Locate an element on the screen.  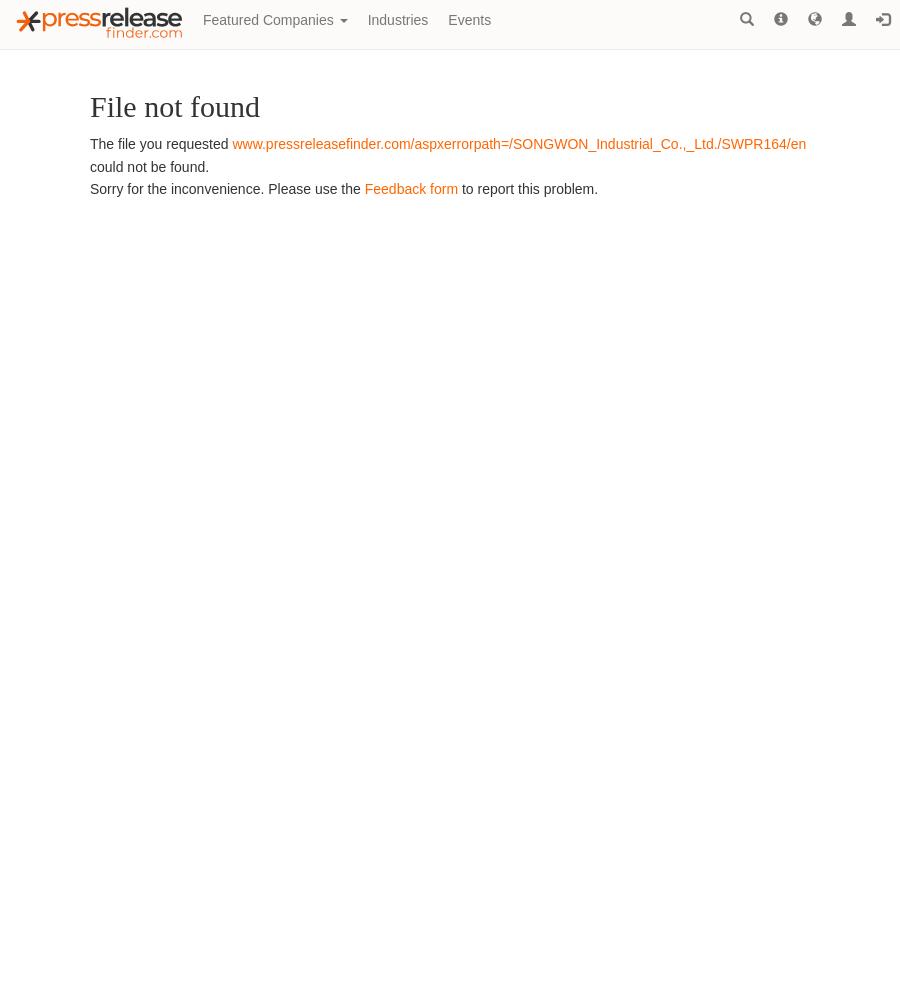
'www.pressreleasefinder.com/aspxerrorpath=/SONGWON_Industrial_Co.,_Ltd./SWPR164/en' is located at coordinates (518, 144).